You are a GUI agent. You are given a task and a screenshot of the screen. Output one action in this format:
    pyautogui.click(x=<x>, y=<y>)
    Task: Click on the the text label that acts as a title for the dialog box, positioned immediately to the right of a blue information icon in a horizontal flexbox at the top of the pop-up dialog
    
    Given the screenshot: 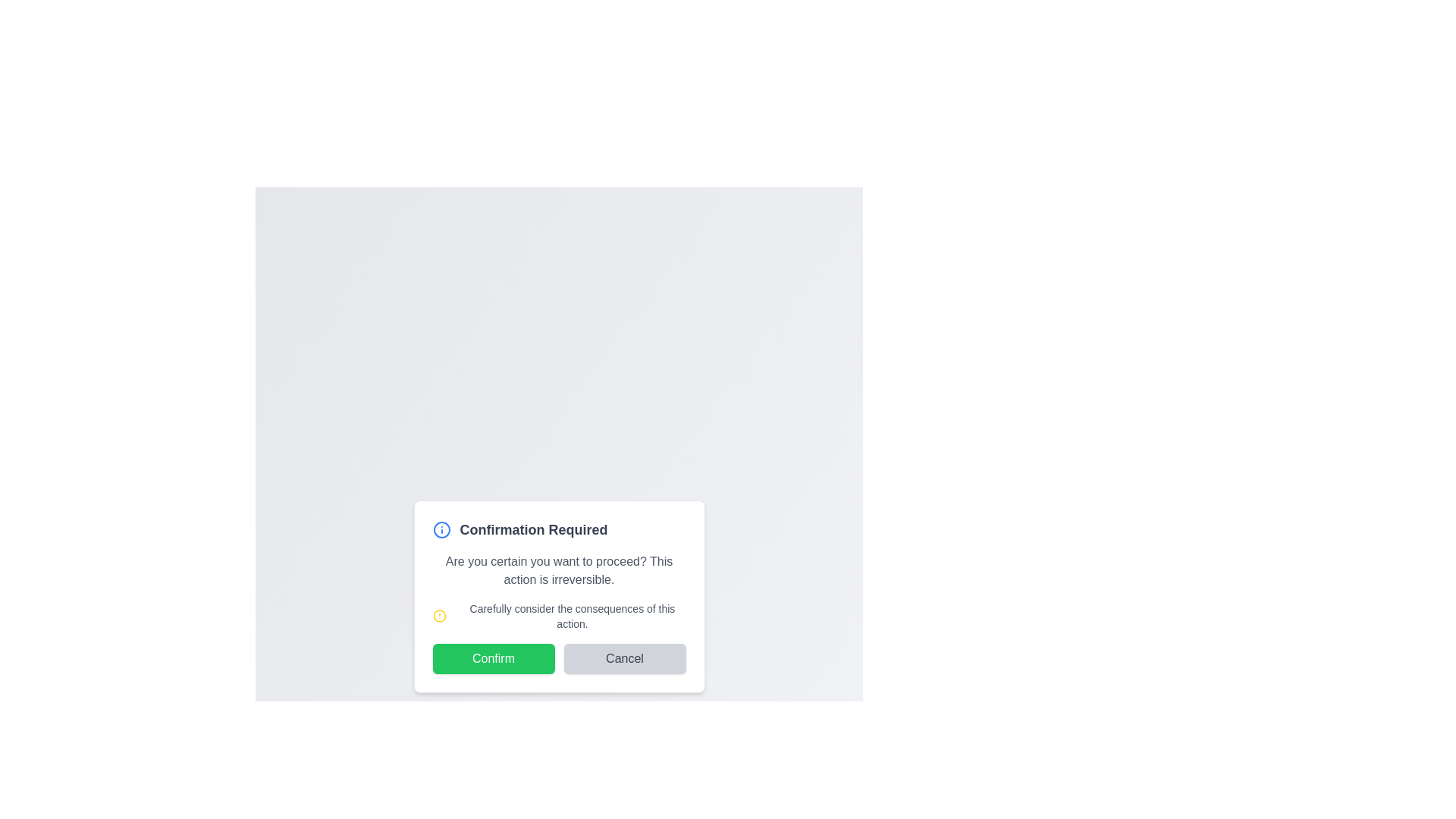 What is the action you would take?
    pyautogui.click(x=534, y=529)
    